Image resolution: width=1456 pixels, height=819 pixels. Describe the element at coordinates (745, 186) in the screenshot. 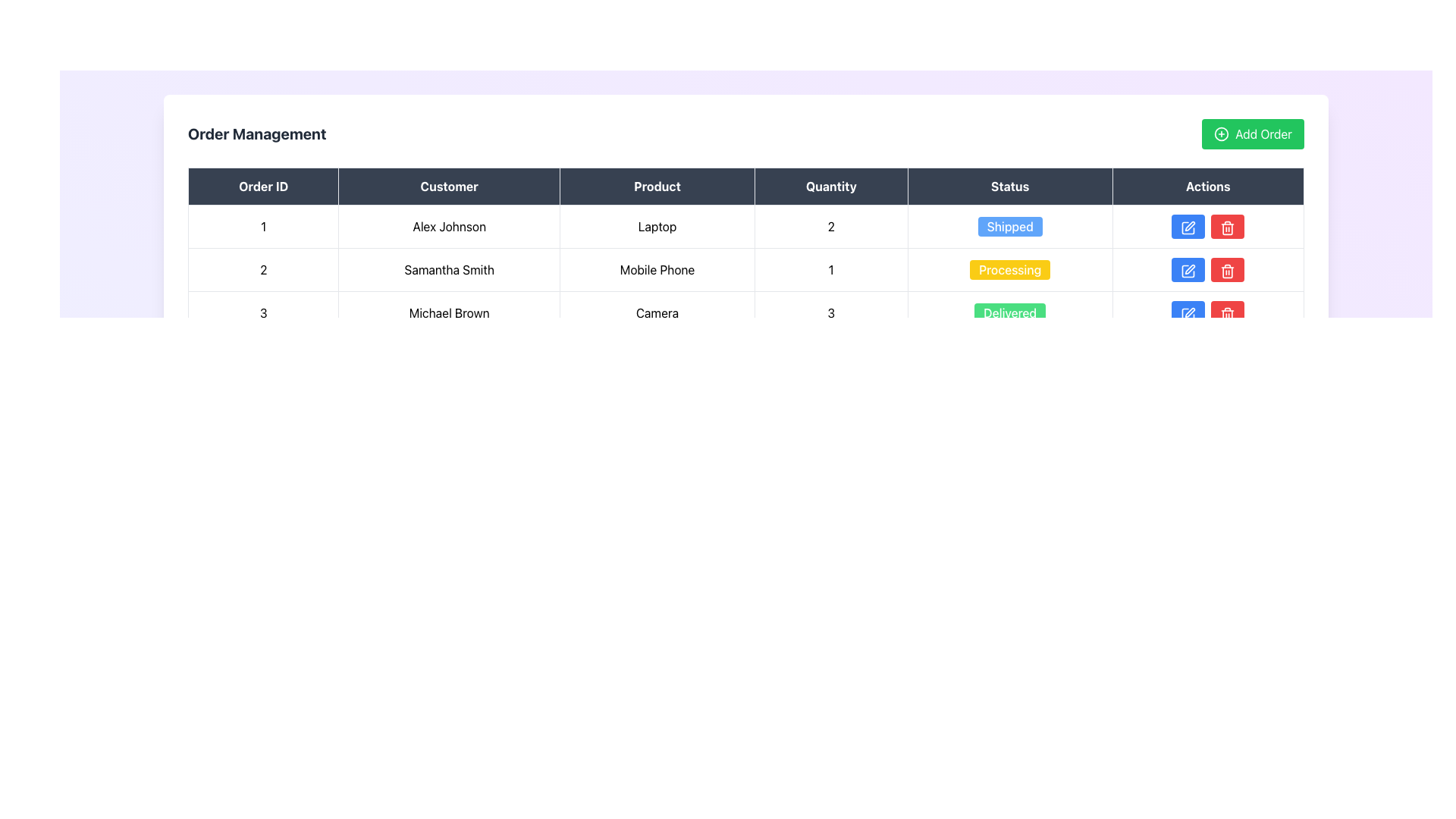

I see `the table header row with a dark gray background and white text to sort the table by the selected column` at that location.